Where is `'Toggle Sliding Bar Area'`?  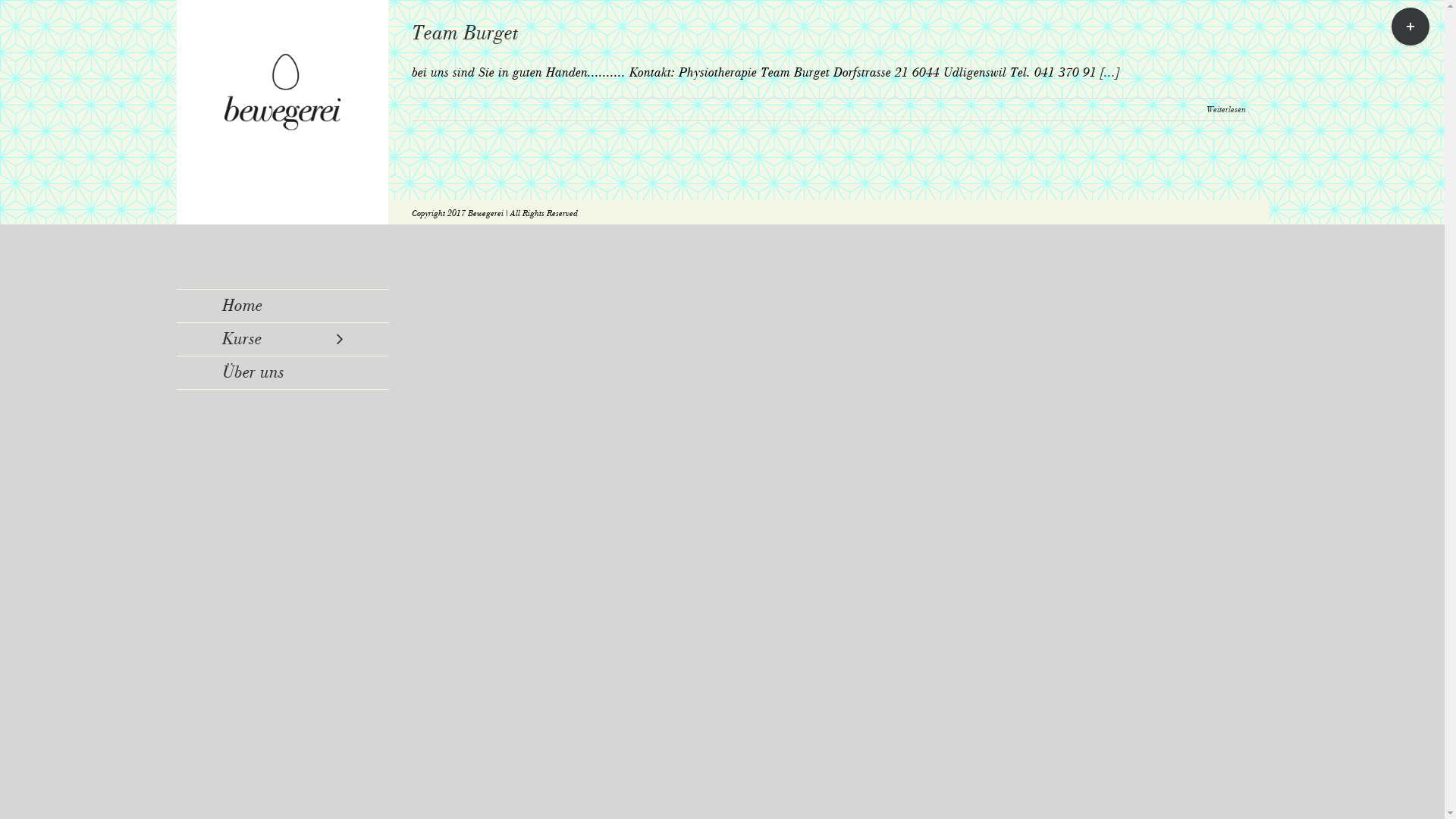
'Toggle Sliding Bar Area' is located at coordinates (1410, 26).